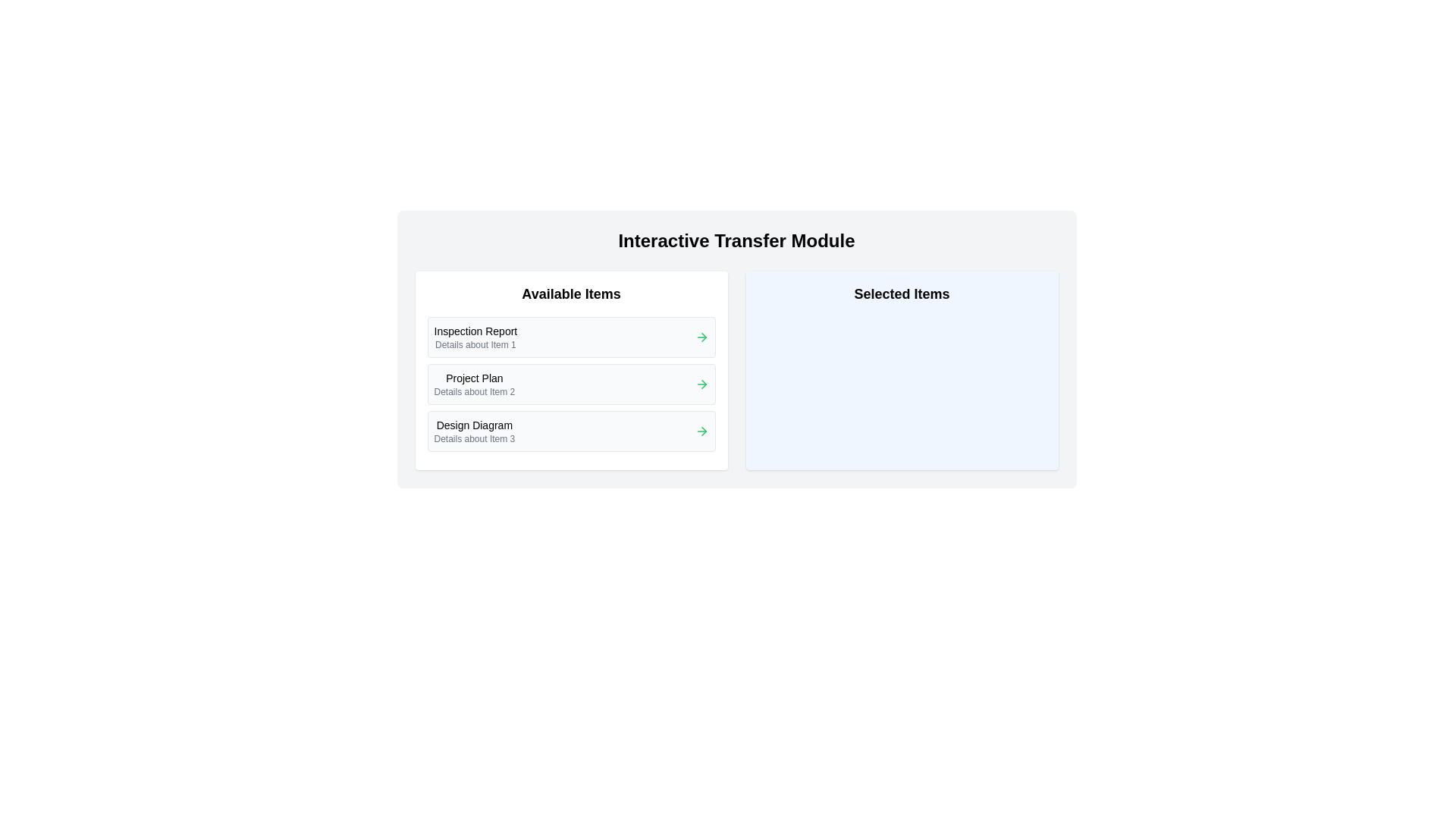  Describe the element at coordinates (701, 383) in the screenshot. I see `the green arrow icon button located to the right of the 'Project Plan' item in the 'Available Items' section` at that location.